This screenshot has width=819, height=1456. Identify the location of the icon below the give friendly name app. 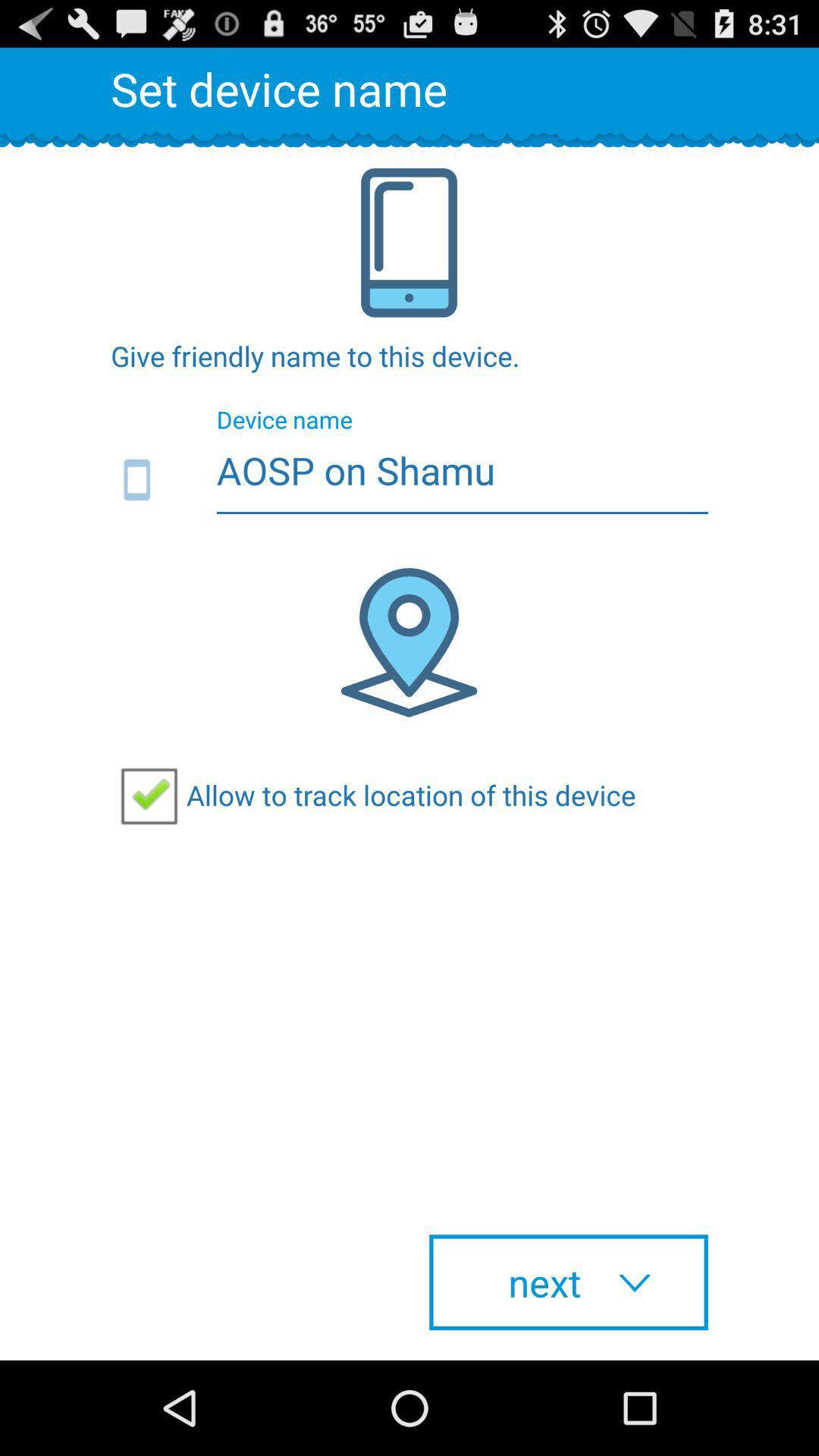
(409, 480).